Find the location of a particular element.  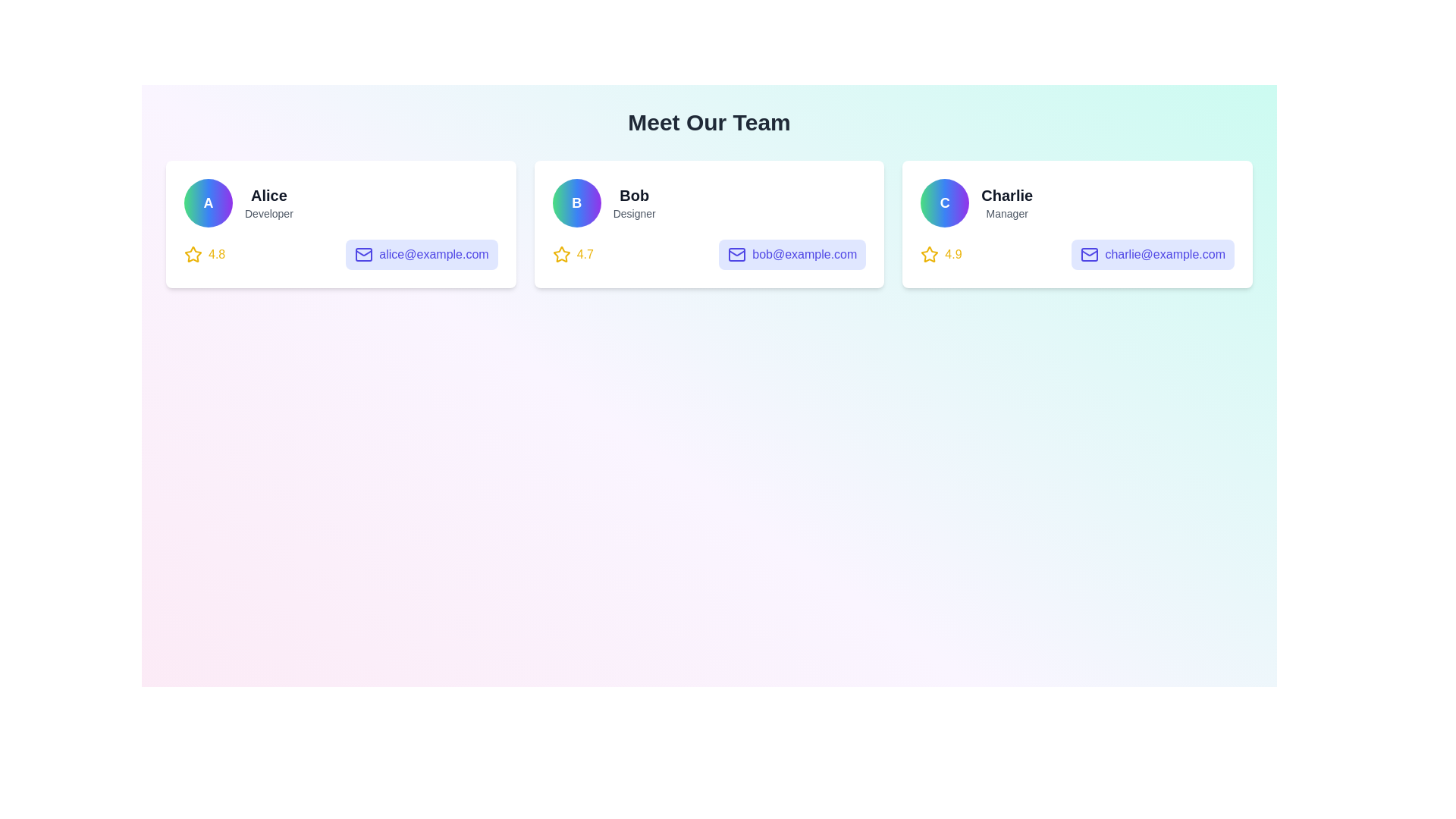

the text label displaying 'Alice' is located at coordinates (268, 195).